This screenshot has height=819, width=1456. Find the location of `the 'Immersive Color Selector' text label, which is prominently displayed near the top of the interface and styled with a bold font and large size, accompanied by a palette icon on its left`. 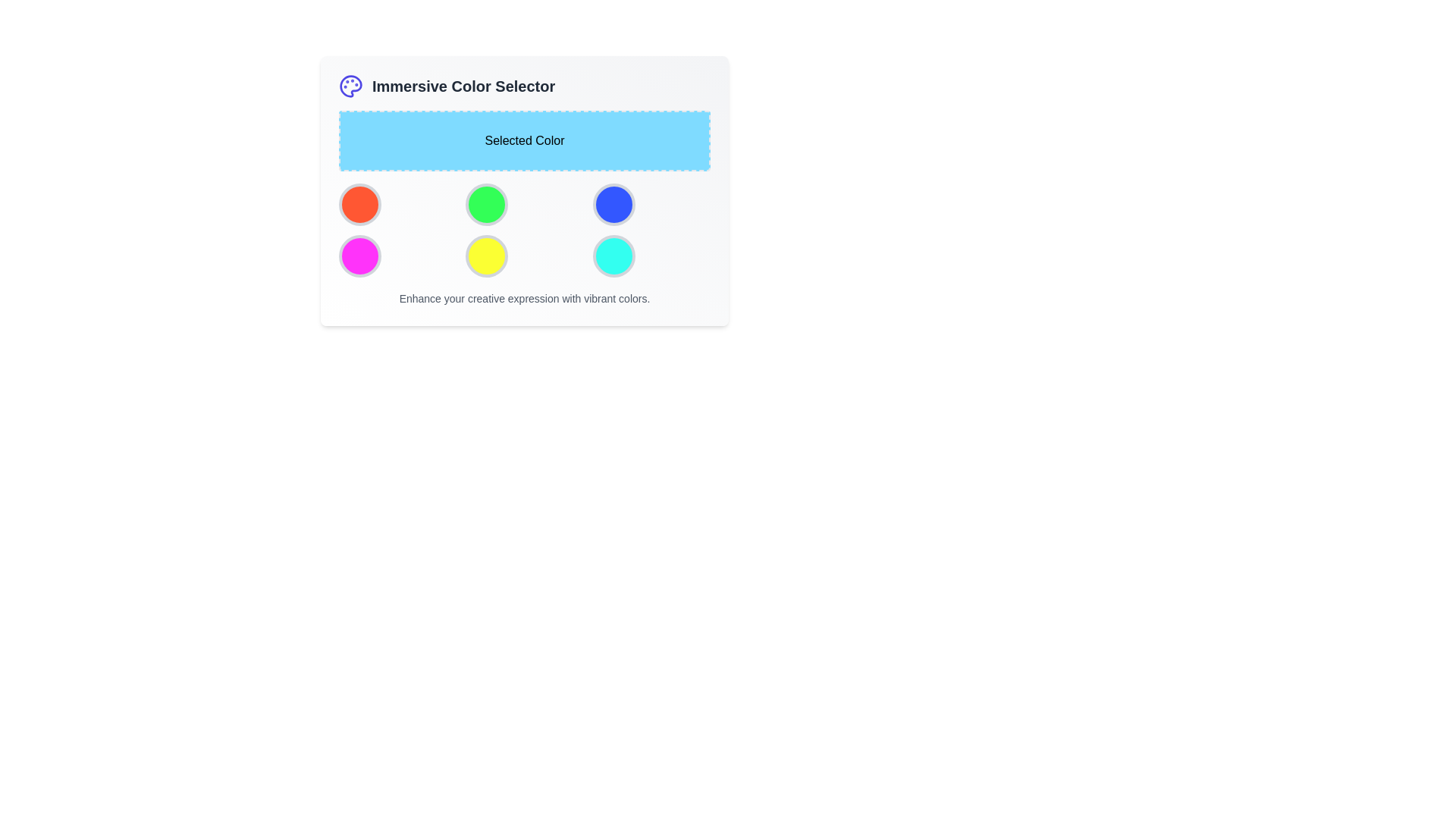

the 'Immersive Color Selector' text label, which is prominently displayed near the top of the interface and styled with a bold font and large size, accompanied by a palette icon on its left is located at coordinates (446, 86).